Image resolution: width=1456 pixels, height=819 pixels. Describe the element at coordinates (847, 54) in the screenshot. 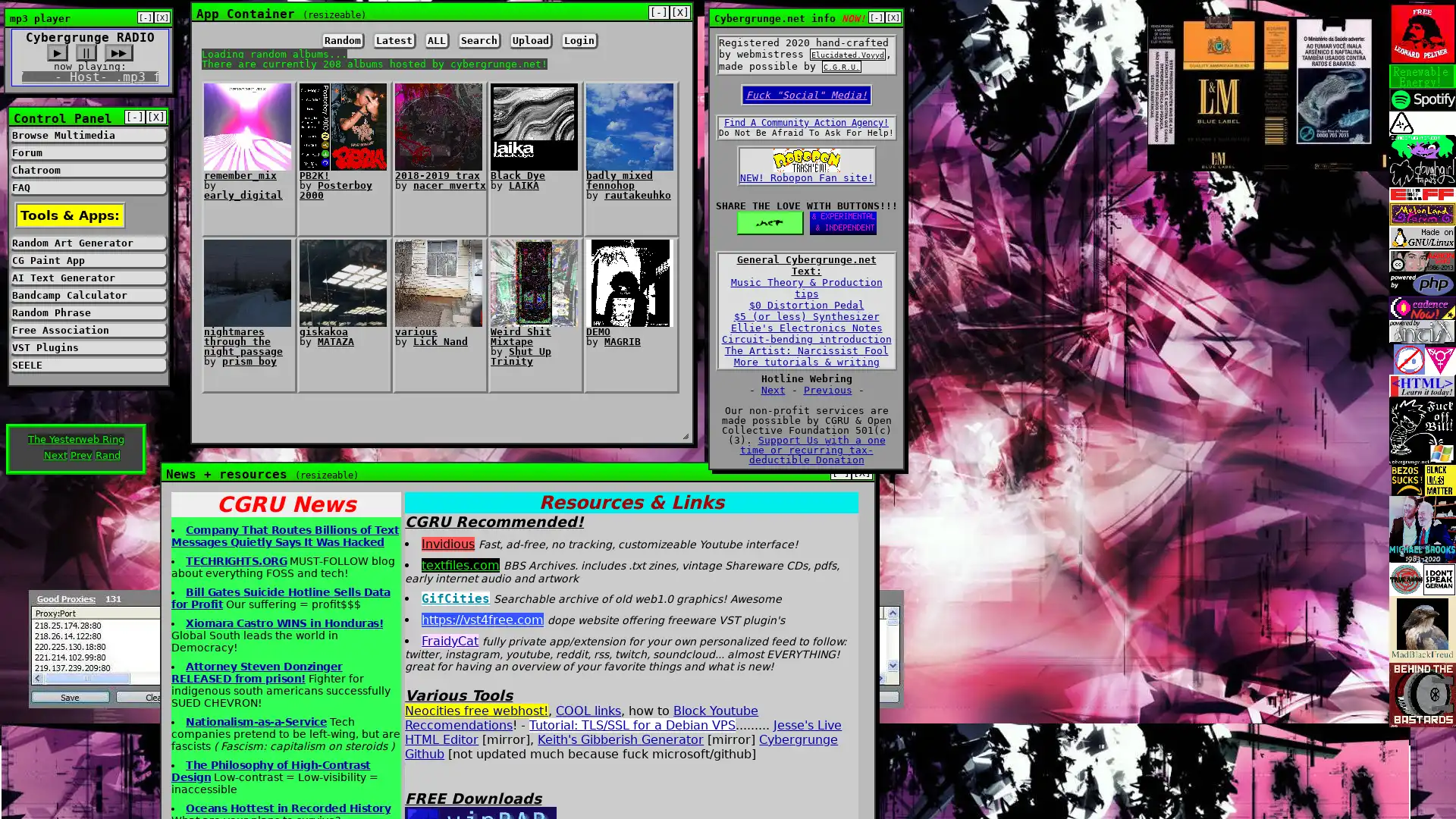

I see `Elucidated.Voyyd` at that location.